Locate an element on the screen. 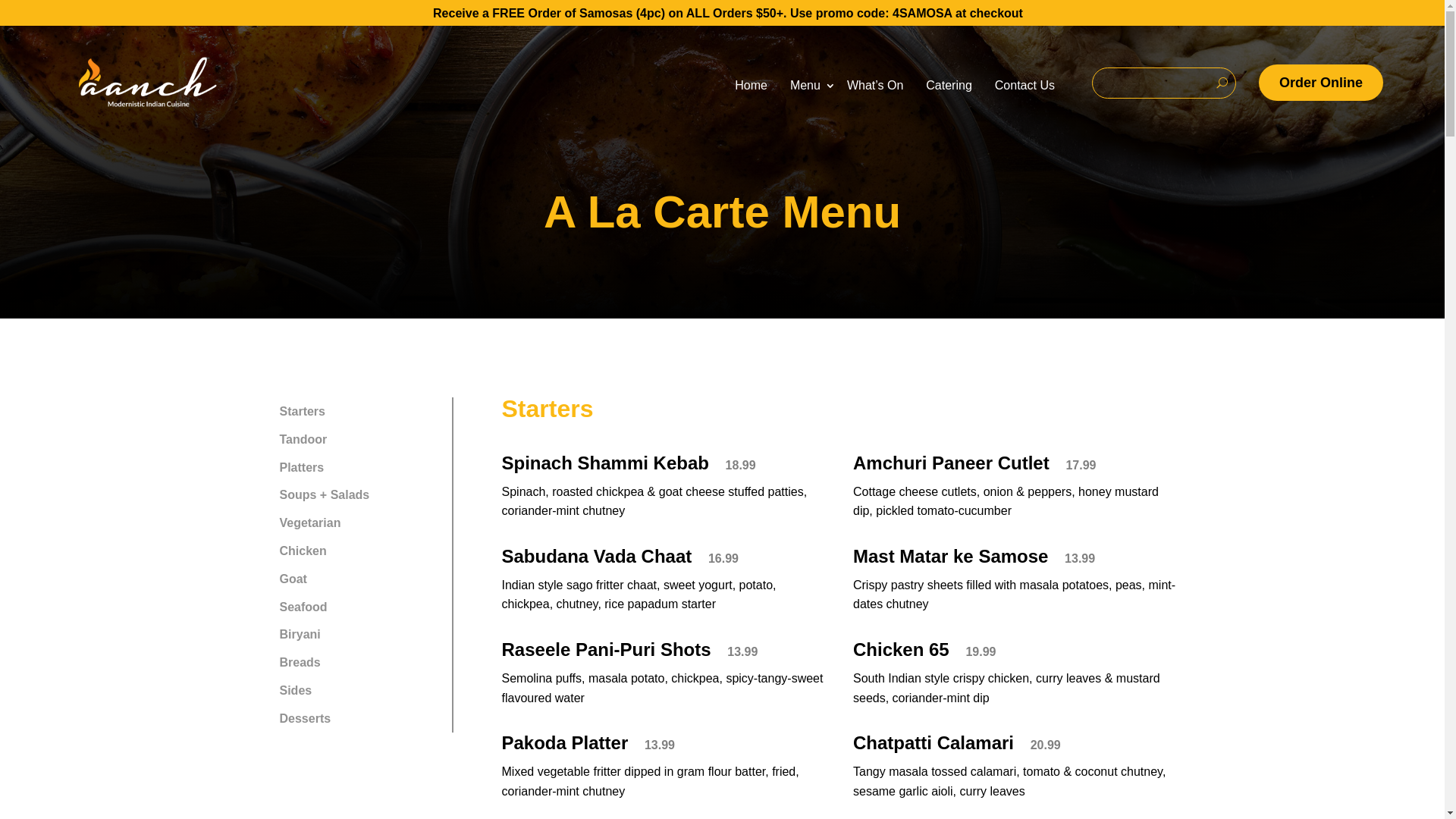  'Breads' is located at coordinates (359, 661).